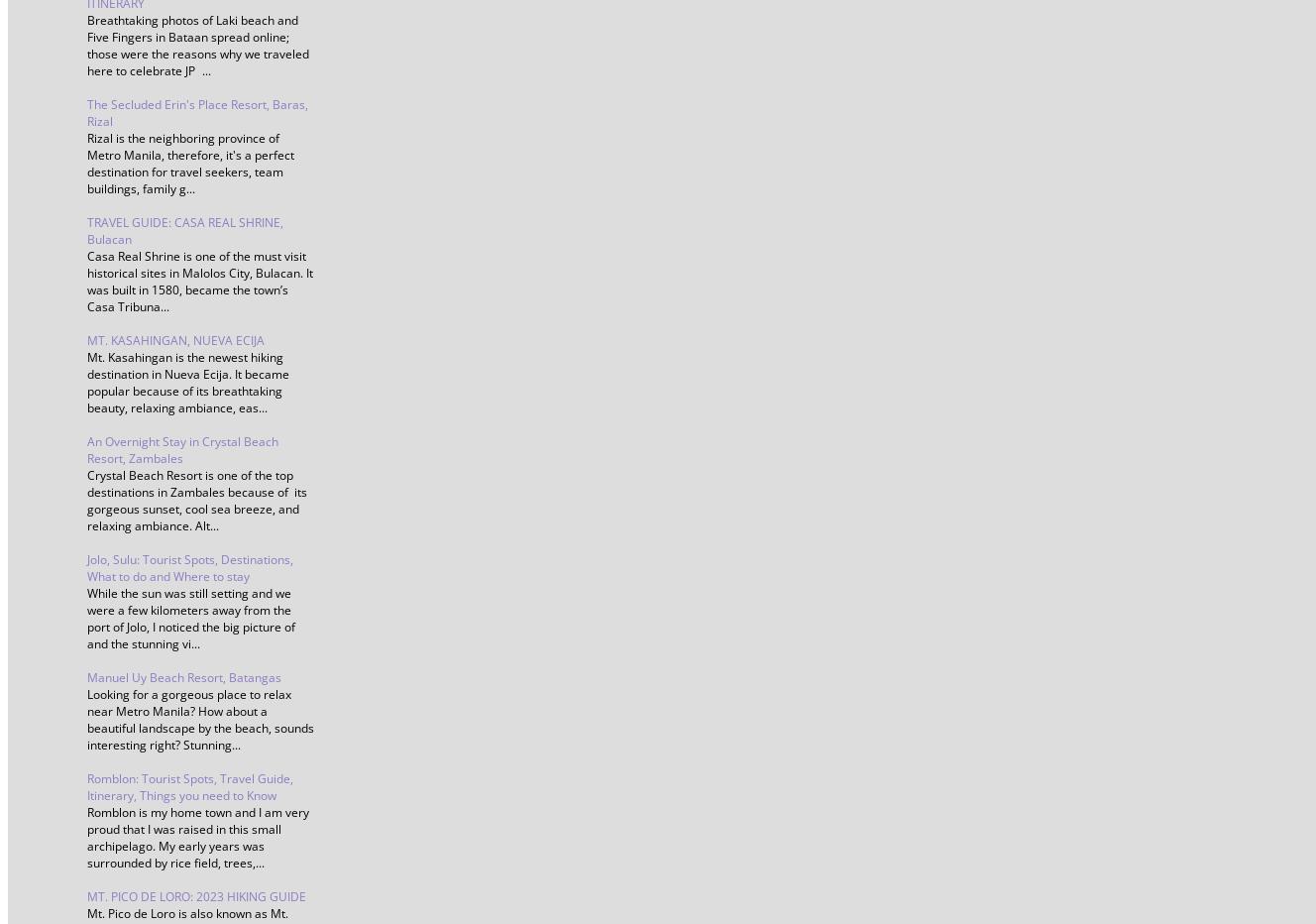 The height and width of the screenshot is (924, 1316). Describe the element at coordinates (87, 677) in the screenshot. I see `'Manuel Uy Beach Resort, Batangas'` at that location.